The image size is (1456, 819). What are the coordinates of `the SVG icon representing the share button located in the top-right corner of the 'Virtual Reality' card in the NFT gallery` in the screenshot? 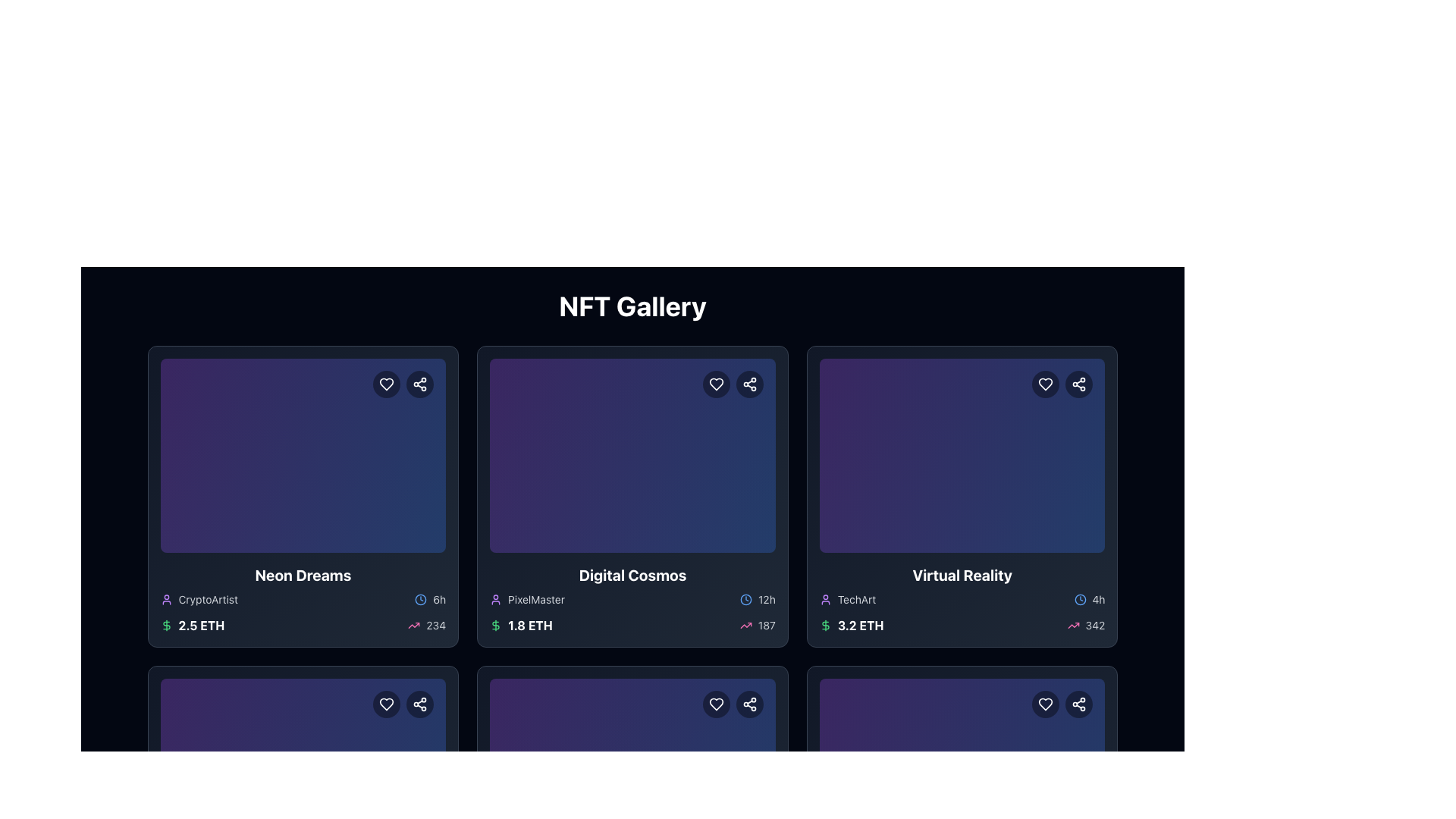 It's located at (1078, 383).